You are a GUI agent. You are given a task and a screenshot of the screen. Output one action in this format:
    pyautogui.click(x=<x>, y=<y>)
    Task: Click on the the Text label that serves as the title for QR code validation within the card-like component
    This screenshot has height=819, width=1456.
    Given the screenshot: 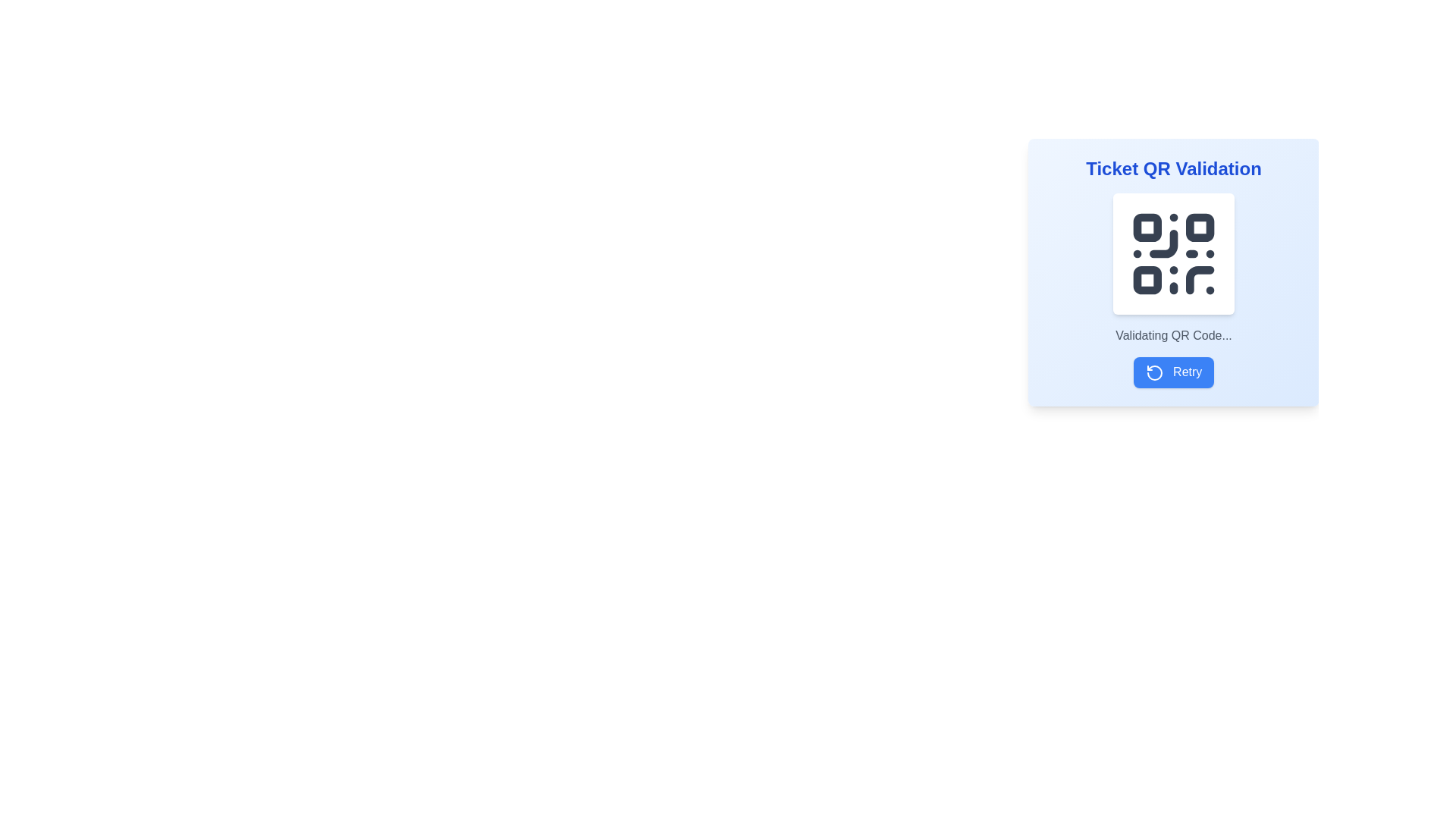 What is the action you would take?
    pyautogui.click(x=1173, y=169)
    